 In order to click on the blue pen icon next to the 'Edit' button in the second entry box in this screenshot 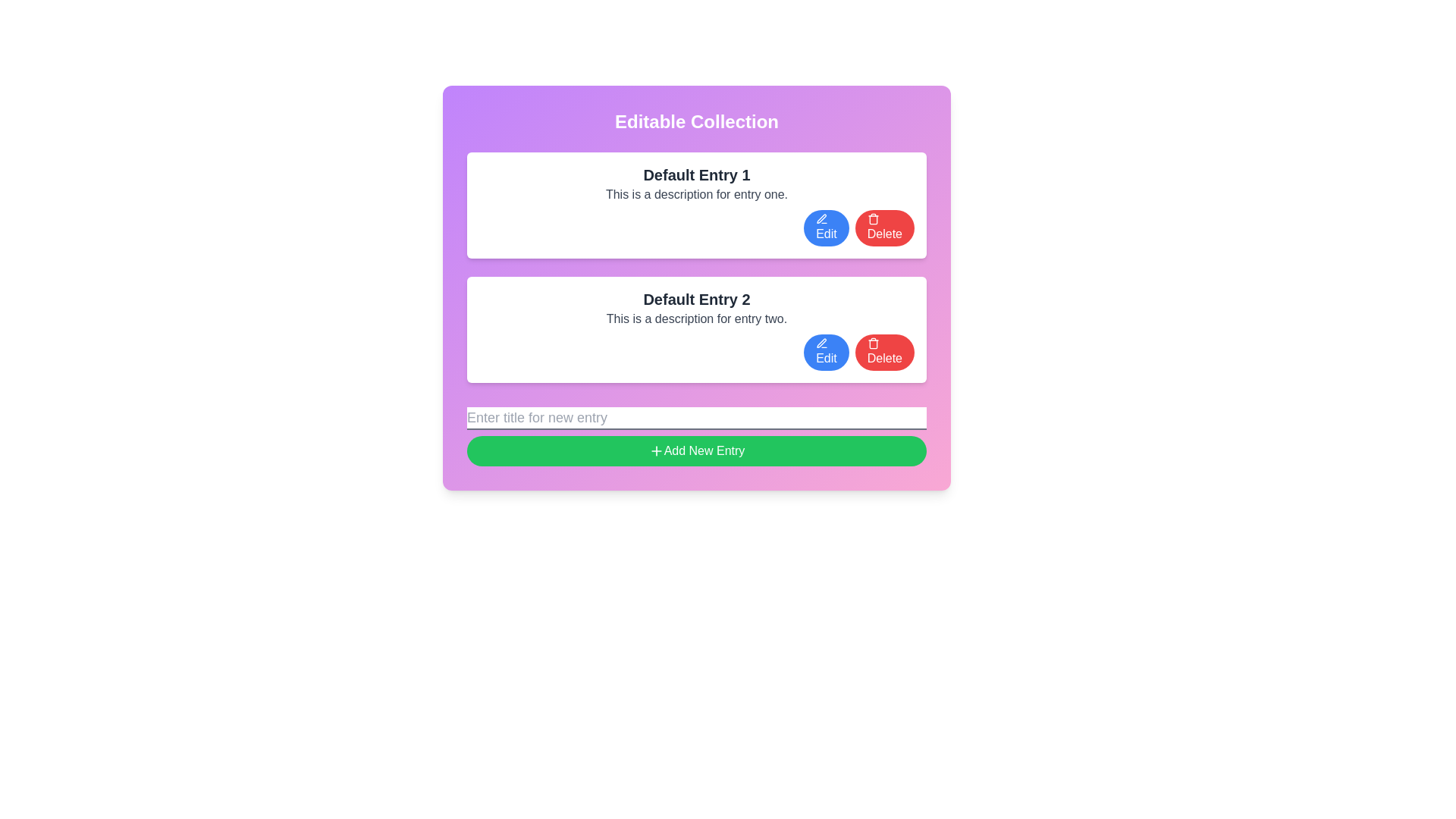, I will do `click(821, 343)`.